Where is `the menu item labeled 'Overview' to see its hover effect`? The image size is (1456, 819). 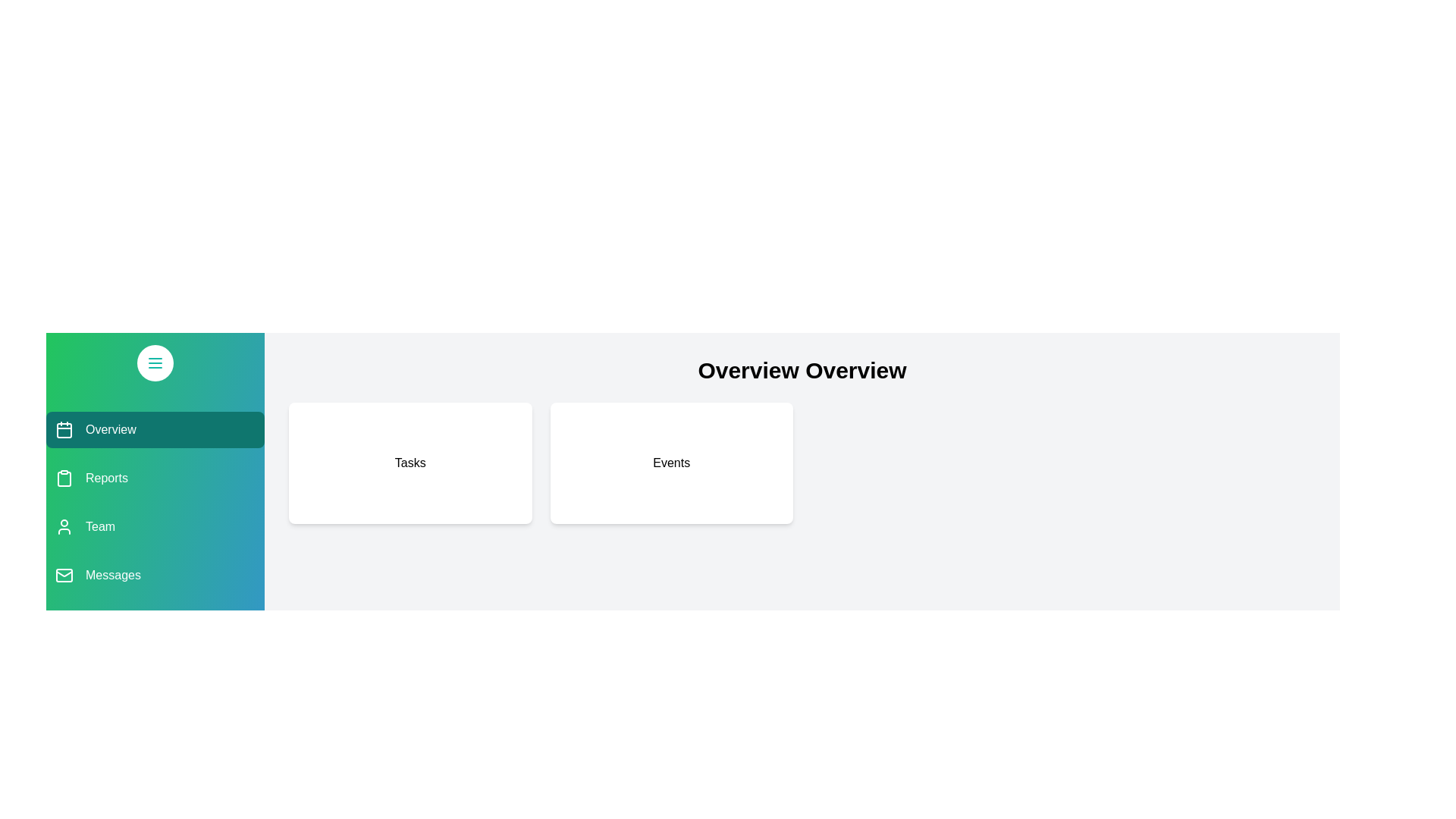 the menu item labeled 'Overview' to see its hover effect is located at coordinates (155, 430).